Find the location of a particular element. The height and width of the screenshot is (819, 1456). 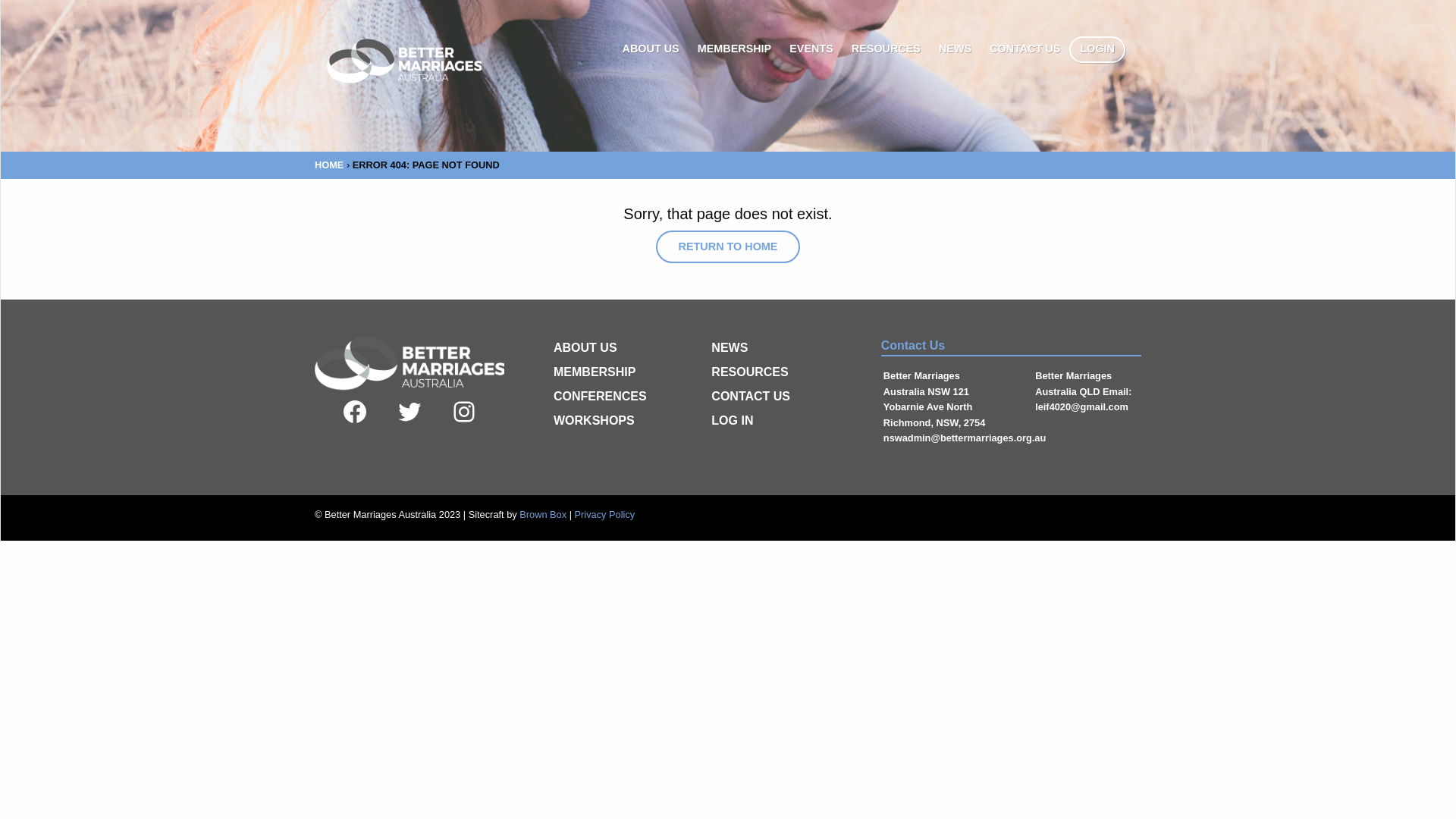

'WORKSHOPS' is located at coordinates (593, 420).